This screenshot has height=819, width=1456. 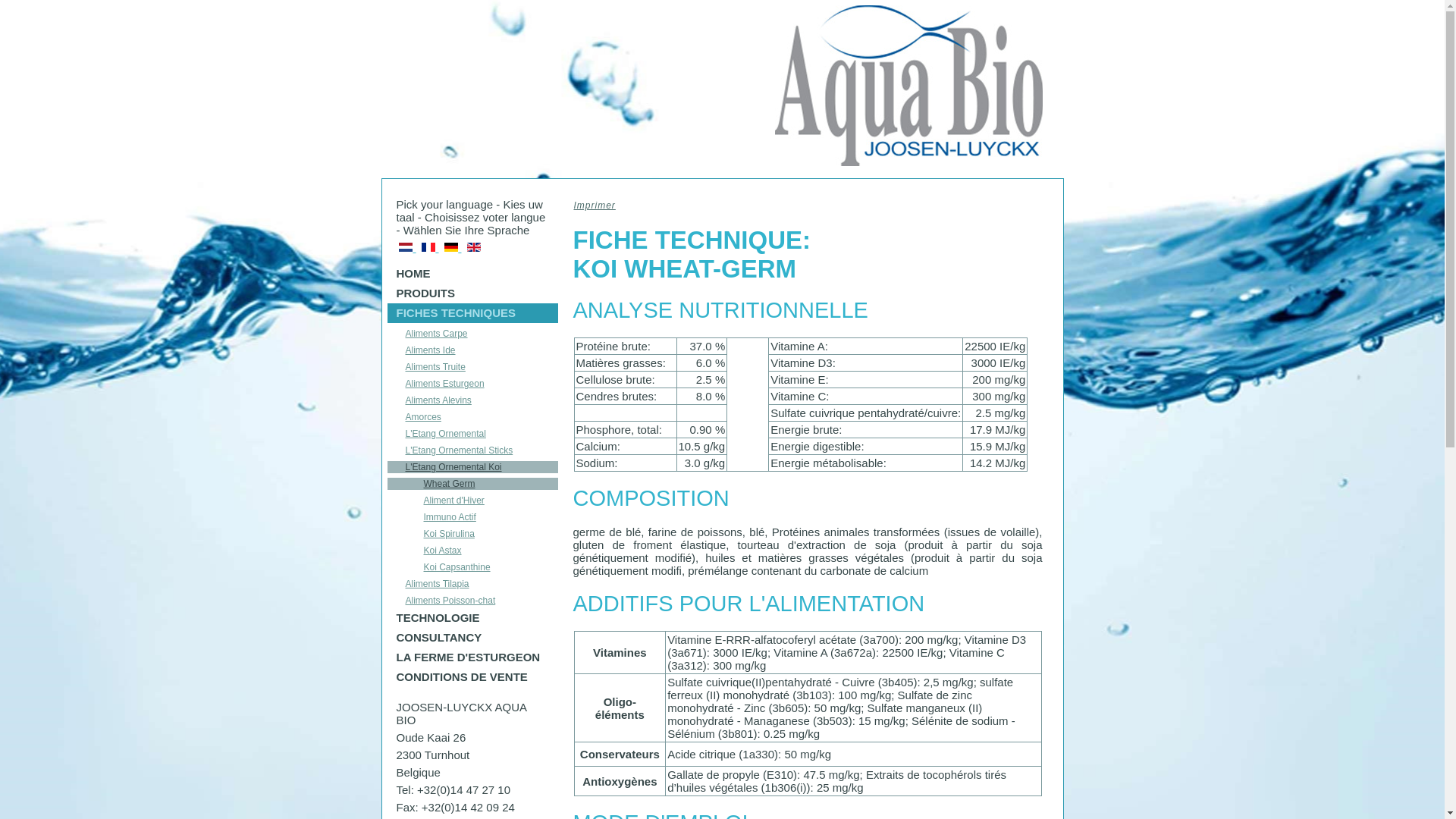 What do you see at coordinates (471, 567) in the screenshot?
I see `'Koi Capsanthine'` at bounding box center [471, 567].